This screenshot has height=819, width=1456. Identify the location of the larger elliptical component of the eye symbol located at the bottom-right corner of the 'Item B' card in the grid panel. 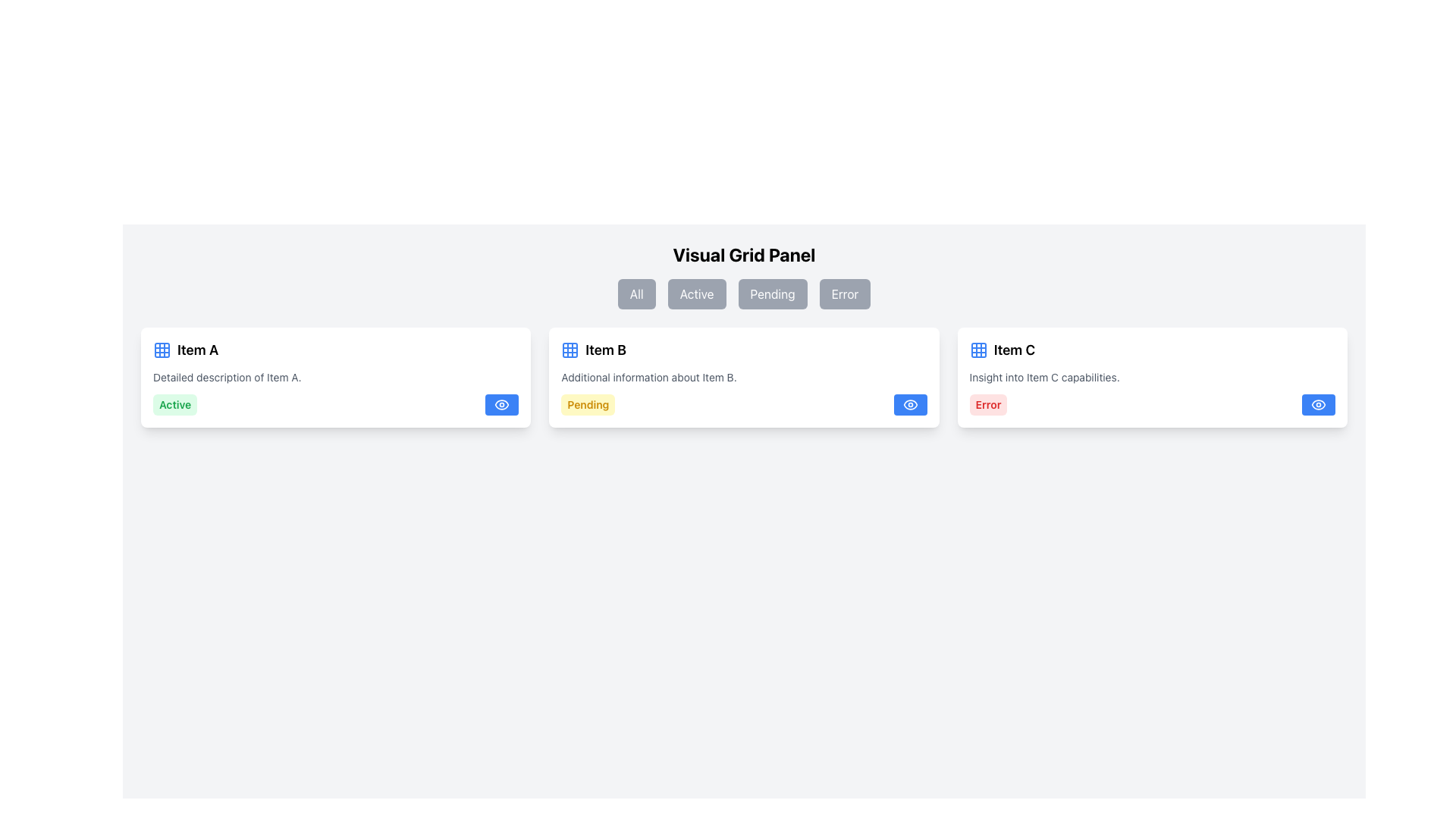
(502, 403).